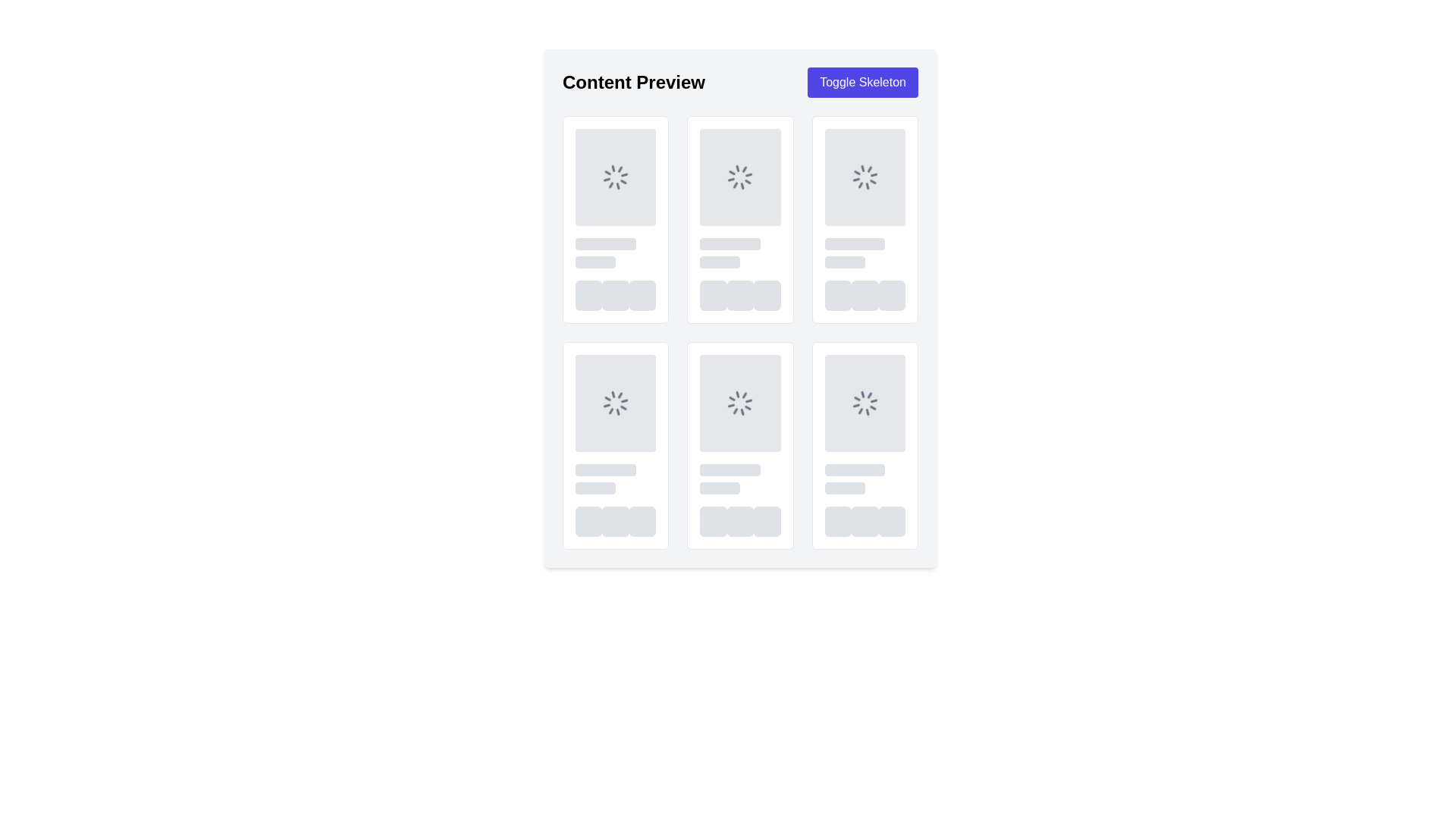 This screenshot has width=1456, height=819. Describe the element at coordinates (864, 403) in the screenshot. I see `the loading status of the loading animation located in the bottom-right corner of the grid cell, which indicates the loading state of its associated content` at that location.